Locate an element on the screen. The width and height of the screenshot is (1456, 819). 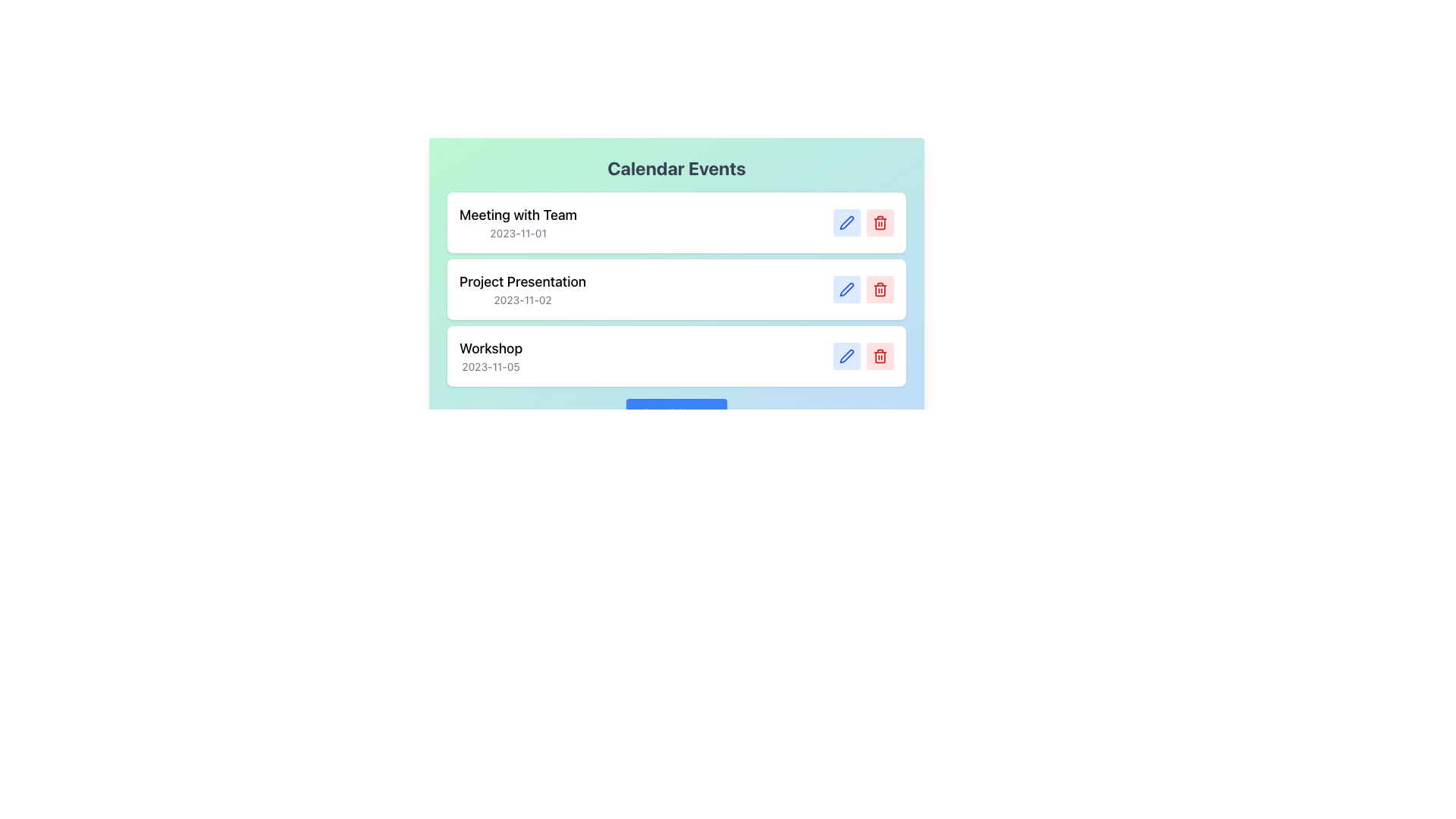
the Composite button group associated with the 'Project Presentation' entry is located at coordinates (863, 289).